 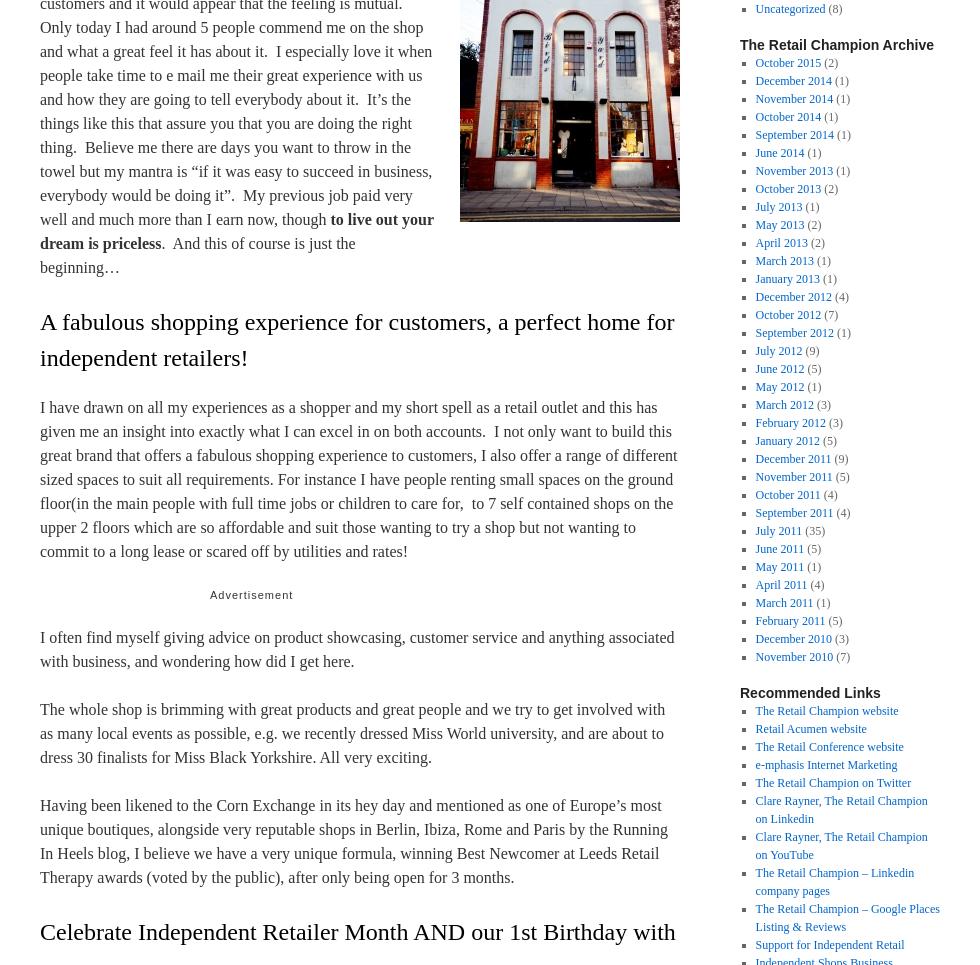 I want to click on 'December 2011', so click(x=793, y=457).